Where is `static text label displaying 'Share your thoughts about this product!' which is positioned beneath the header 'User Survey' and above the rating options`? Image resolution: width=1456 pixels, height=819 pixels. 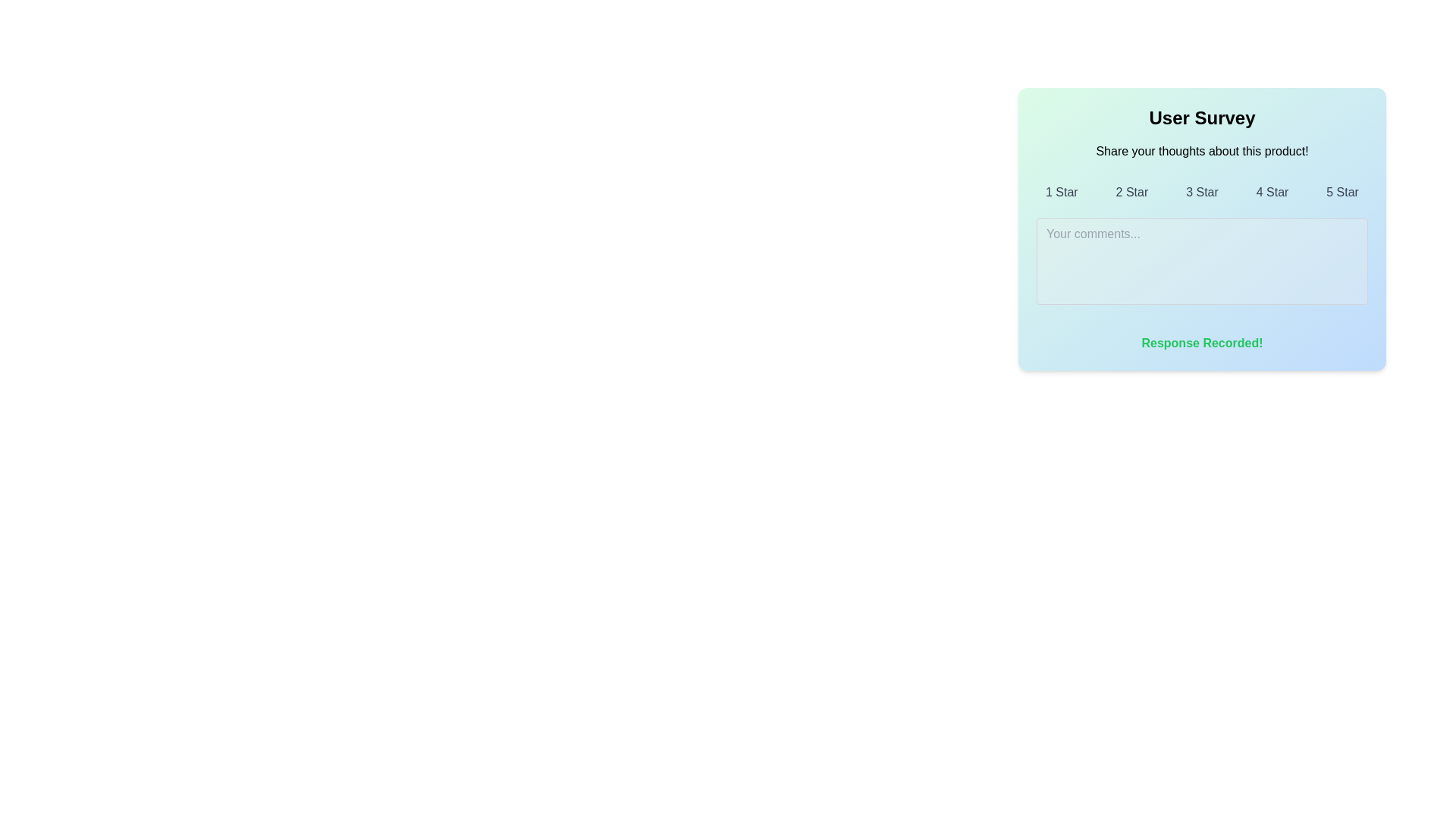 static text label displaying 'Share your thoughts about this product!' which is positioned beneath the header 'User Survey' and above the rating options is located at coordinates (1201, 152).